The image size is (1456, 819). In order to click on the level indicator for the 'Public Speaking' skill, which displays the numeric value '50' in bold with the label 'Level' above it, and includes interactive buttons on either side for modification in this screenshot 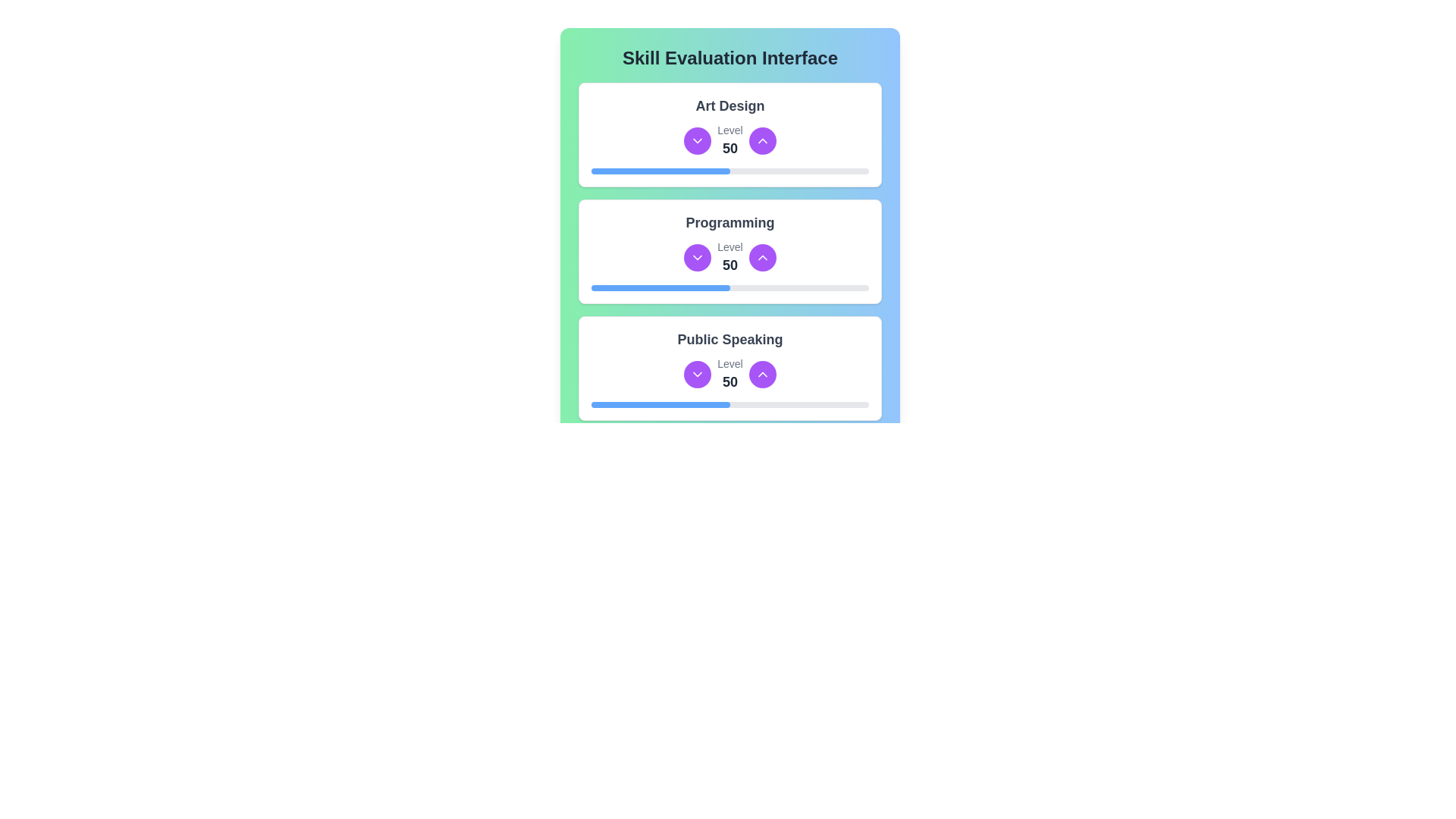, I will do `click(730, 374)`.